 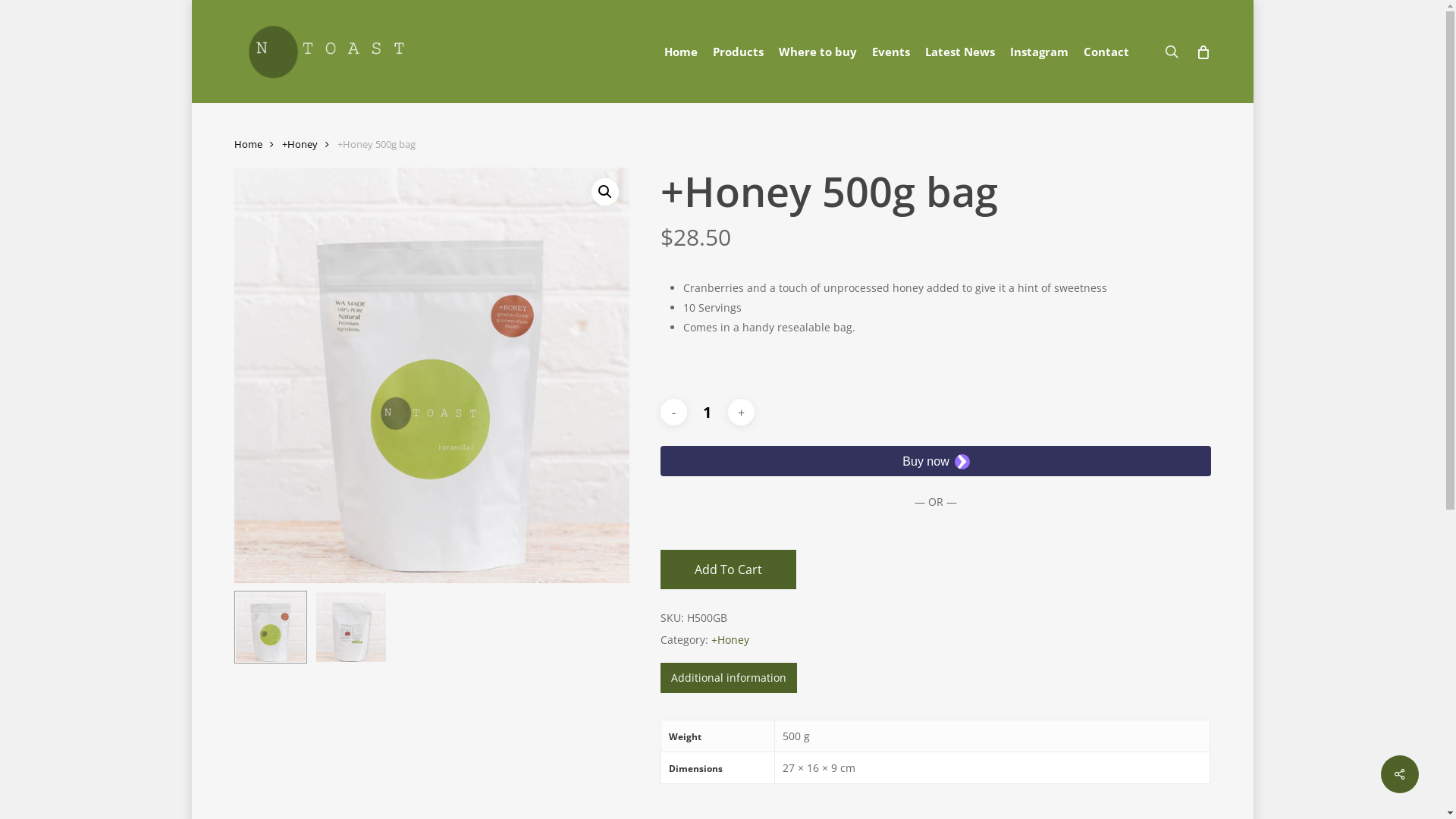 What do you see at coordinates (679, 50) in the screenshot?
I see `'Home'` at bounding box center [679, 50].